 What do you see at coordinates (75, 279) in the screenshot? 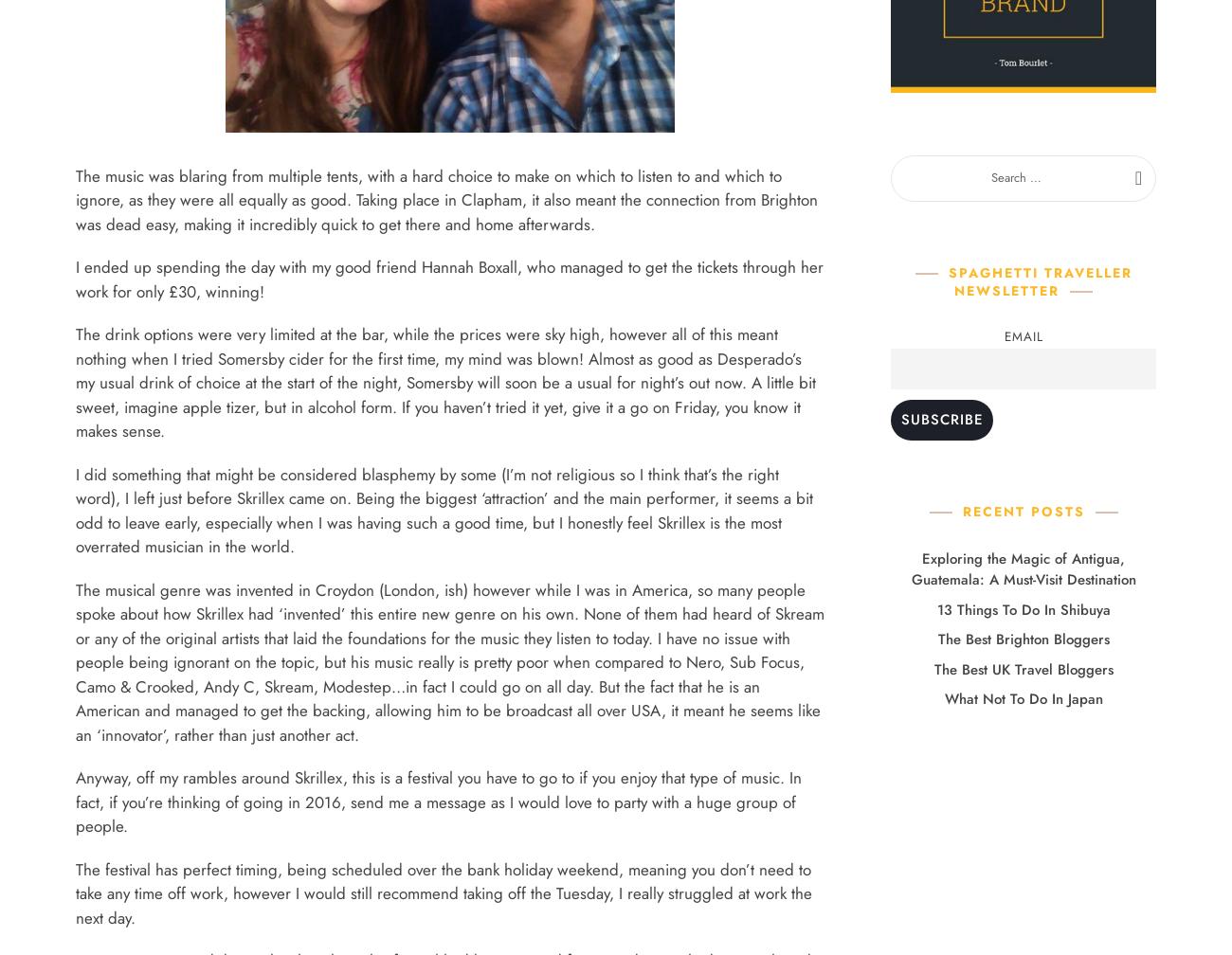
I see `'I ended up spending the day with my good friend Hannah Boxall, who managed to get the tickets through her work for only £30, winning!'` at bounding box center [75, 279].